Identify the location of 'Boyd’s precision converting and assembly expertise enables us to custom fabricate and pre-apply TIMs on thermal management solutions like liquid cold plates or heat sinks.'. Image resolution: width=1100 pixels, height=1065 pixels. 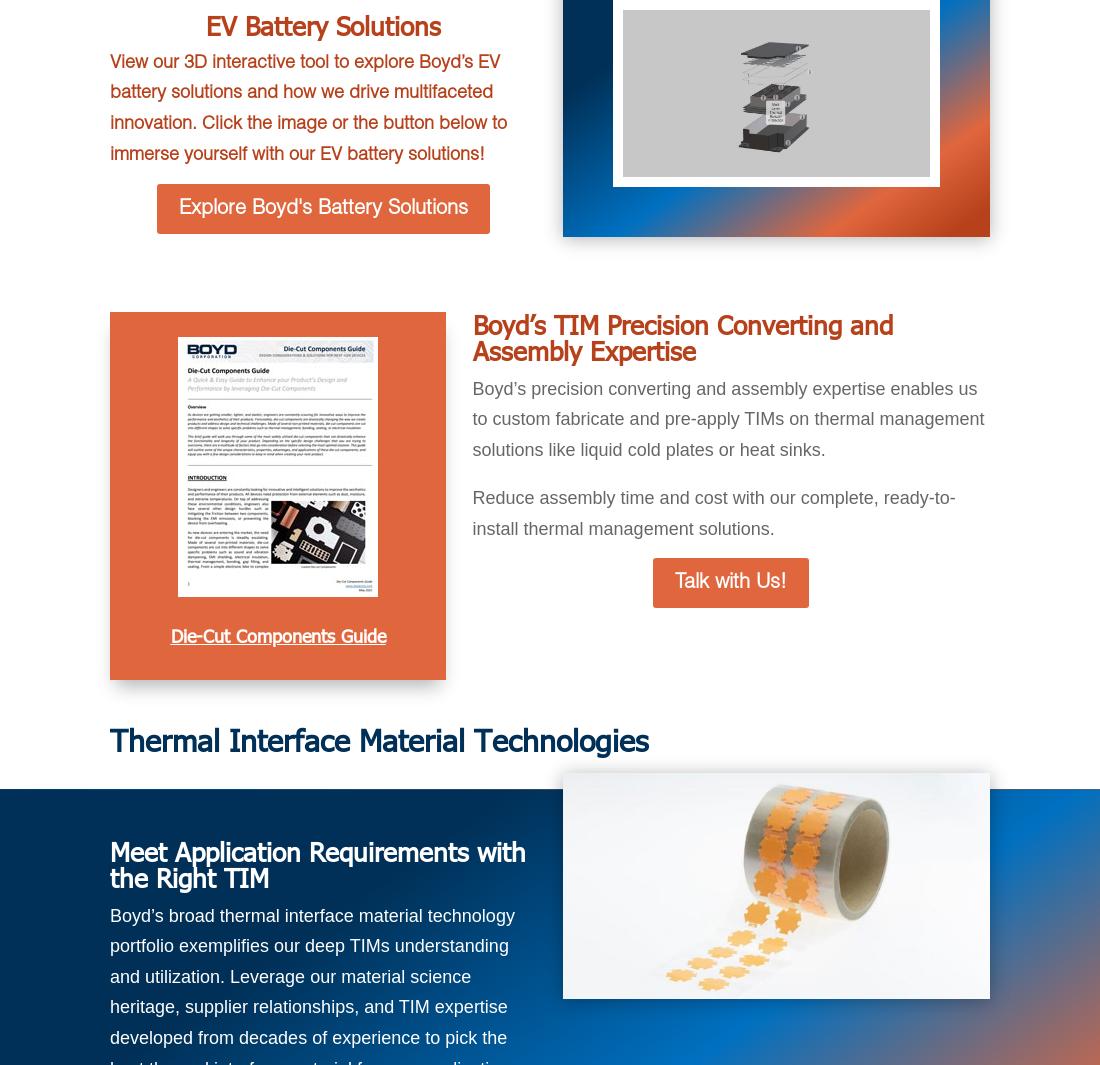
(471, 417).